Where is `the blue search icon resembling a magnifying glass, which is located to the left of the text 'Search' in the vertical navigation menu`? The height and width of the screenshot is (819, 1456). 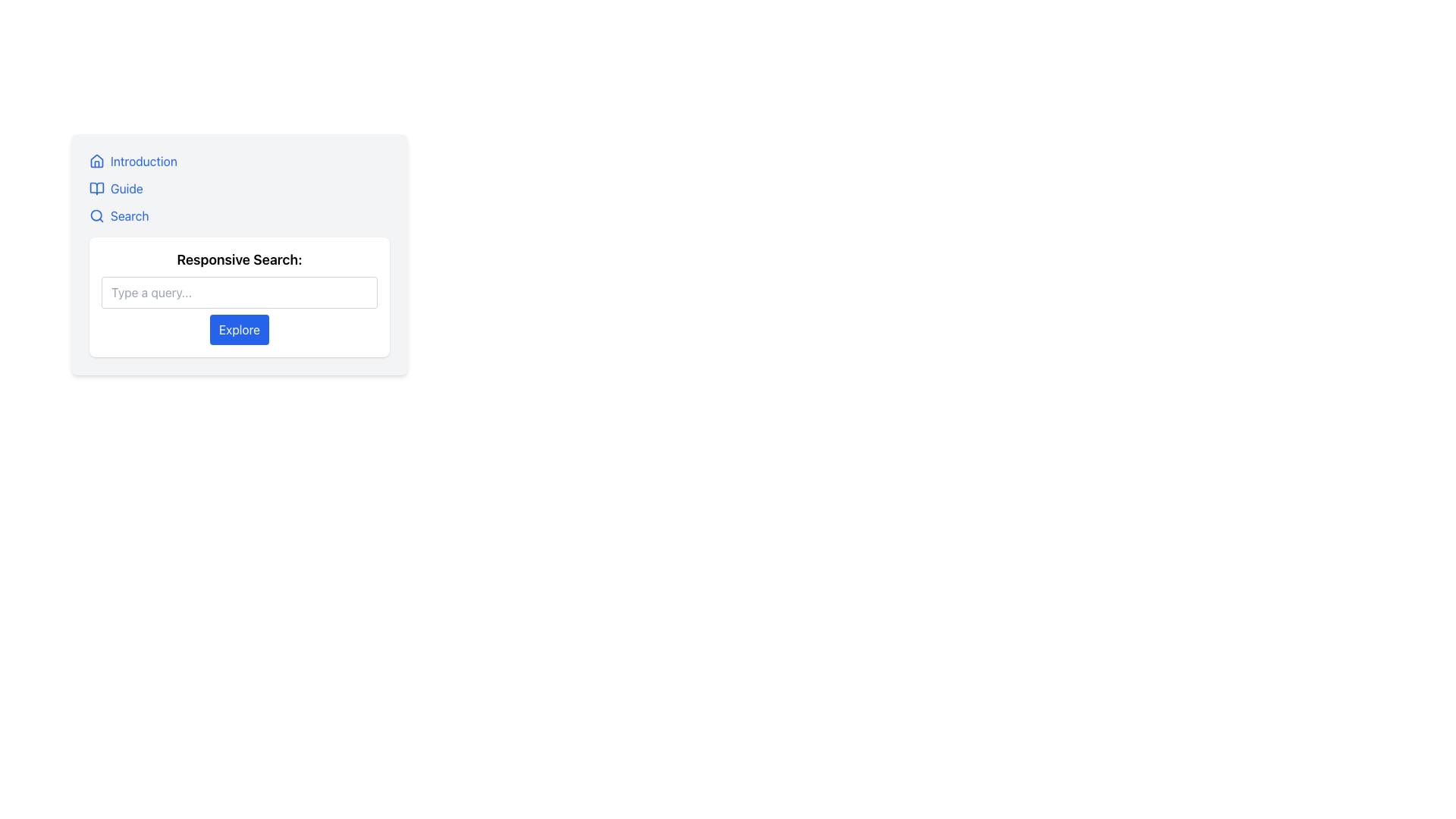
the blue search icon resembling a magnifying glass, which is located to the left of the text 'Search' in the vertical navigation menu is located at coordinates (96, 216).